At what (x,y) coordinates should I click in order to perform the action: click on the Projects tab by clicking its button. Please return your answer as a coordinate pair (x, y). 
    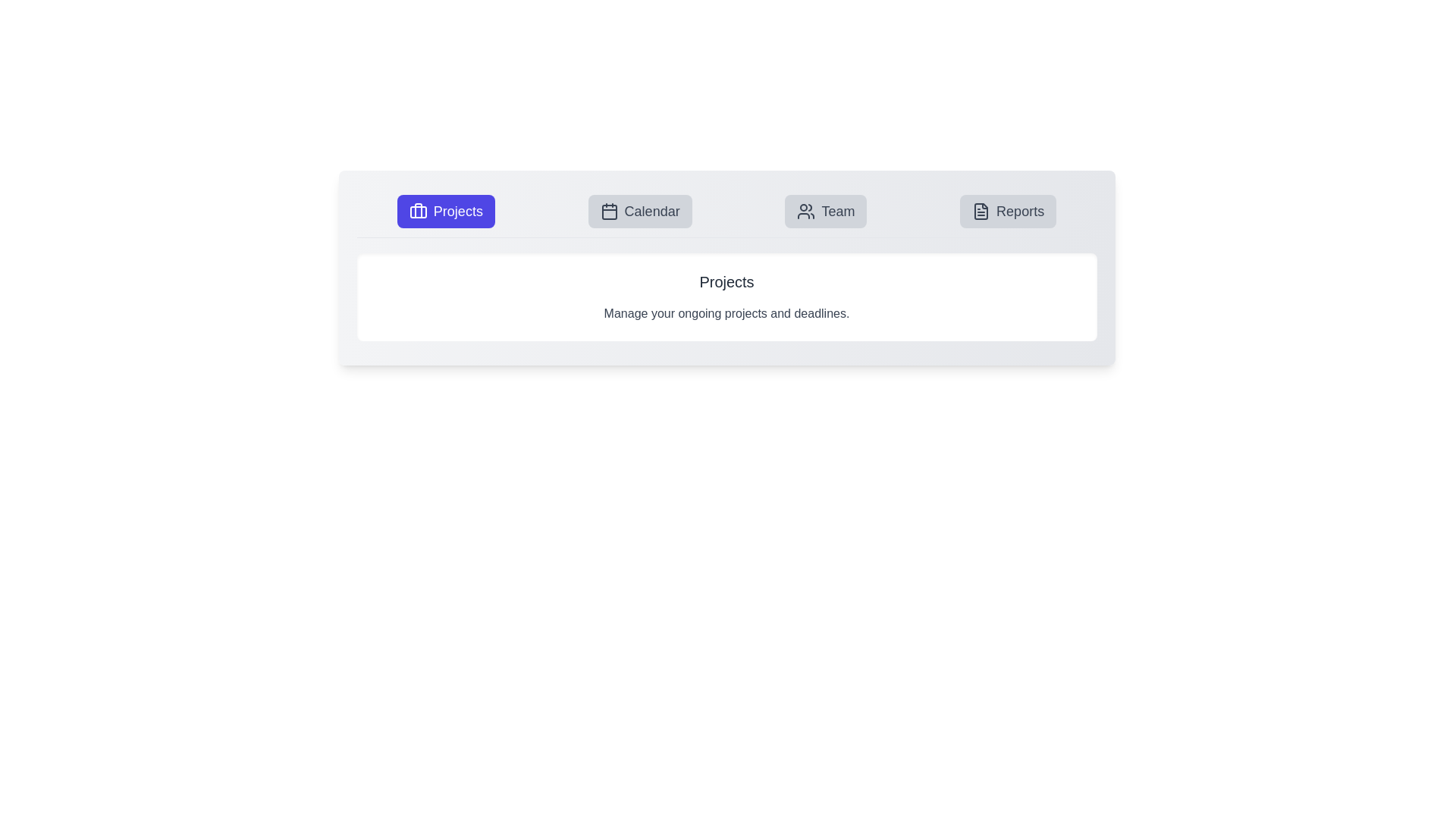
    Looking at the image, I should click on (445, 211).